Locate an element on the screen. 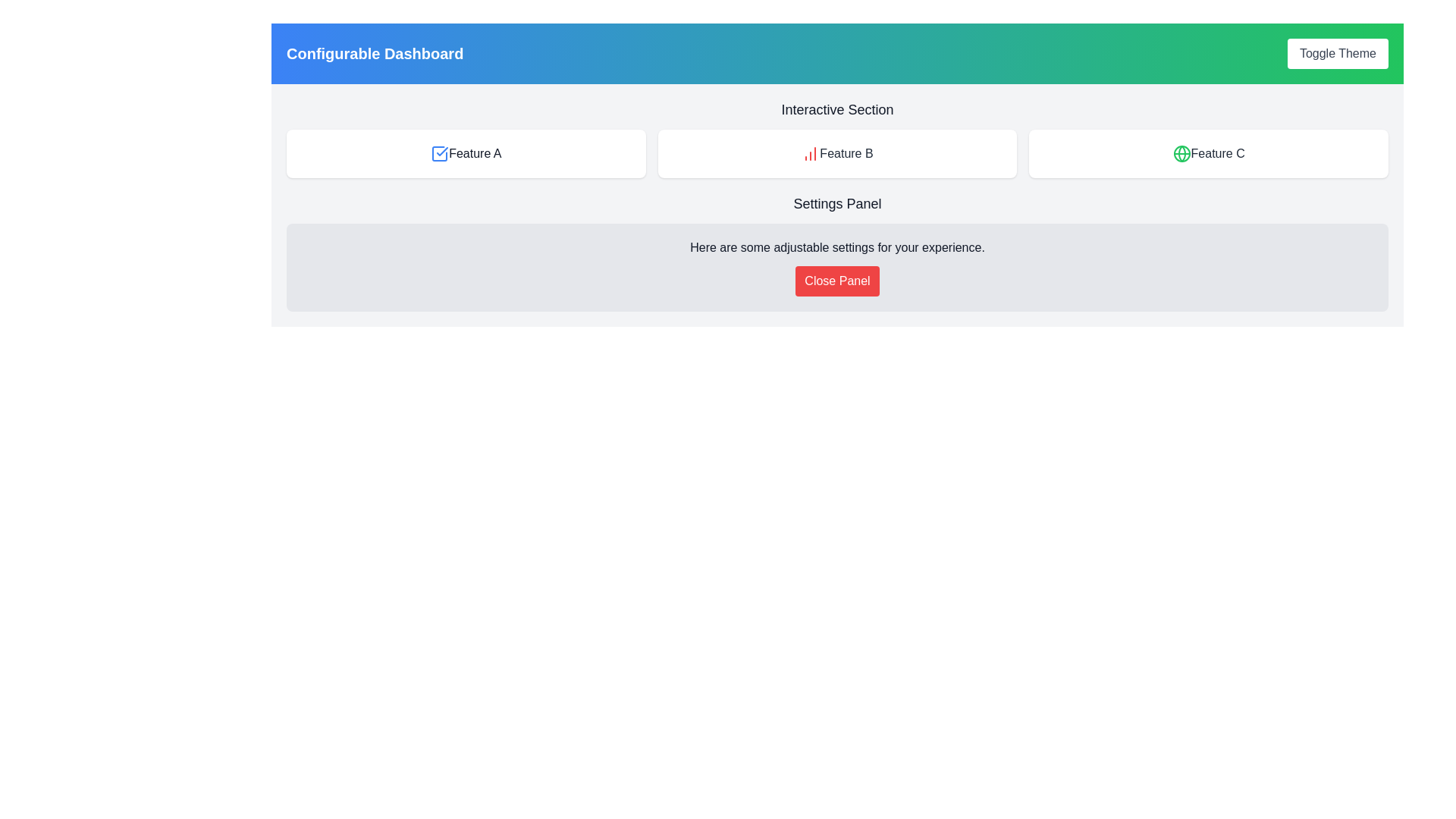 The height and width of the screenshot is (819, 1456). text content of the heading label positioned at the top of the section containing interactive features, which categorizes the elements beneath it is located at coordinates (836, 109).